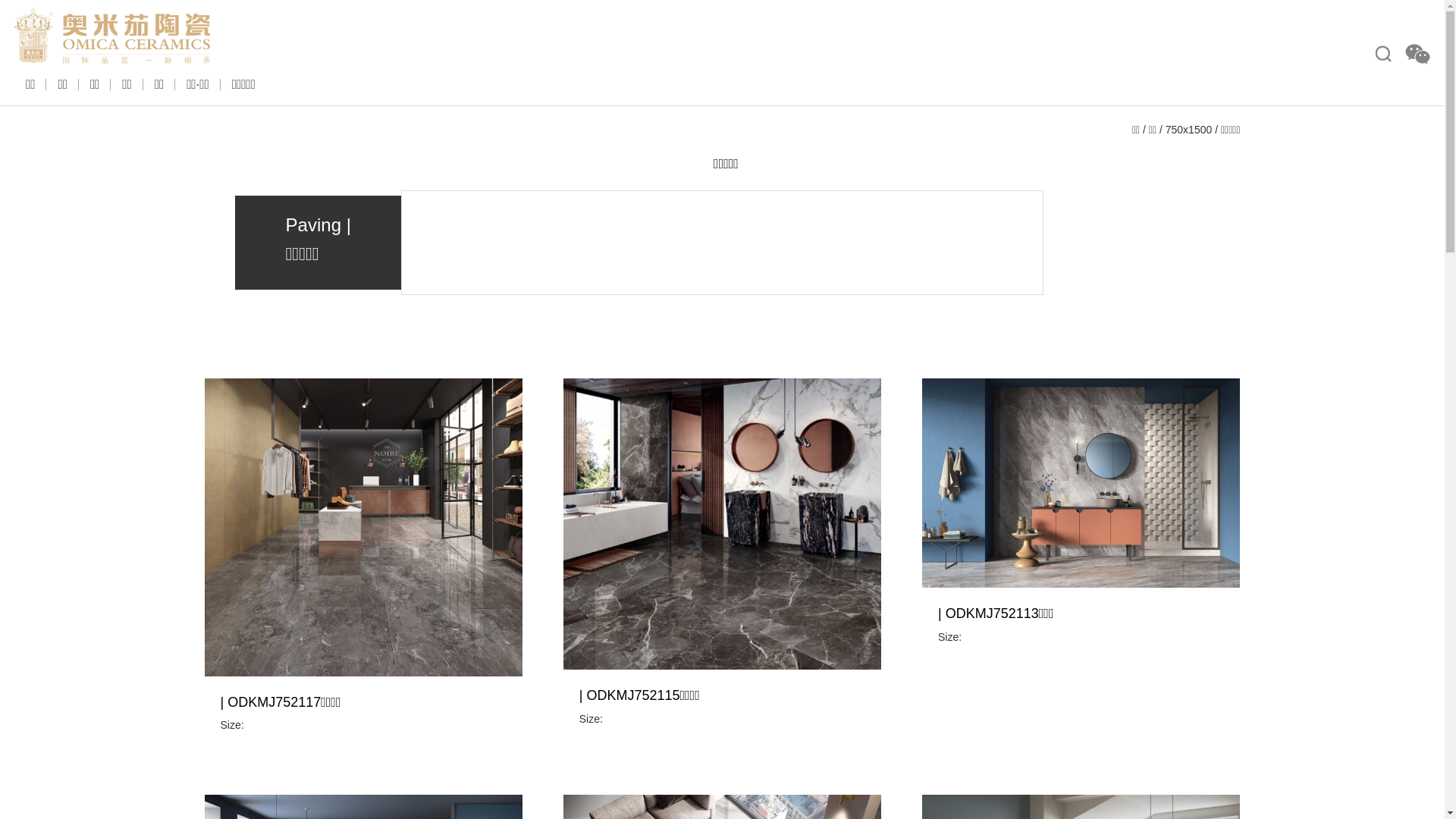 The width and height of the screenshot is (1456, 819). Describe the element at coordinates (1164, 128) in the screenshot. I see `'750x1500'` at that location.